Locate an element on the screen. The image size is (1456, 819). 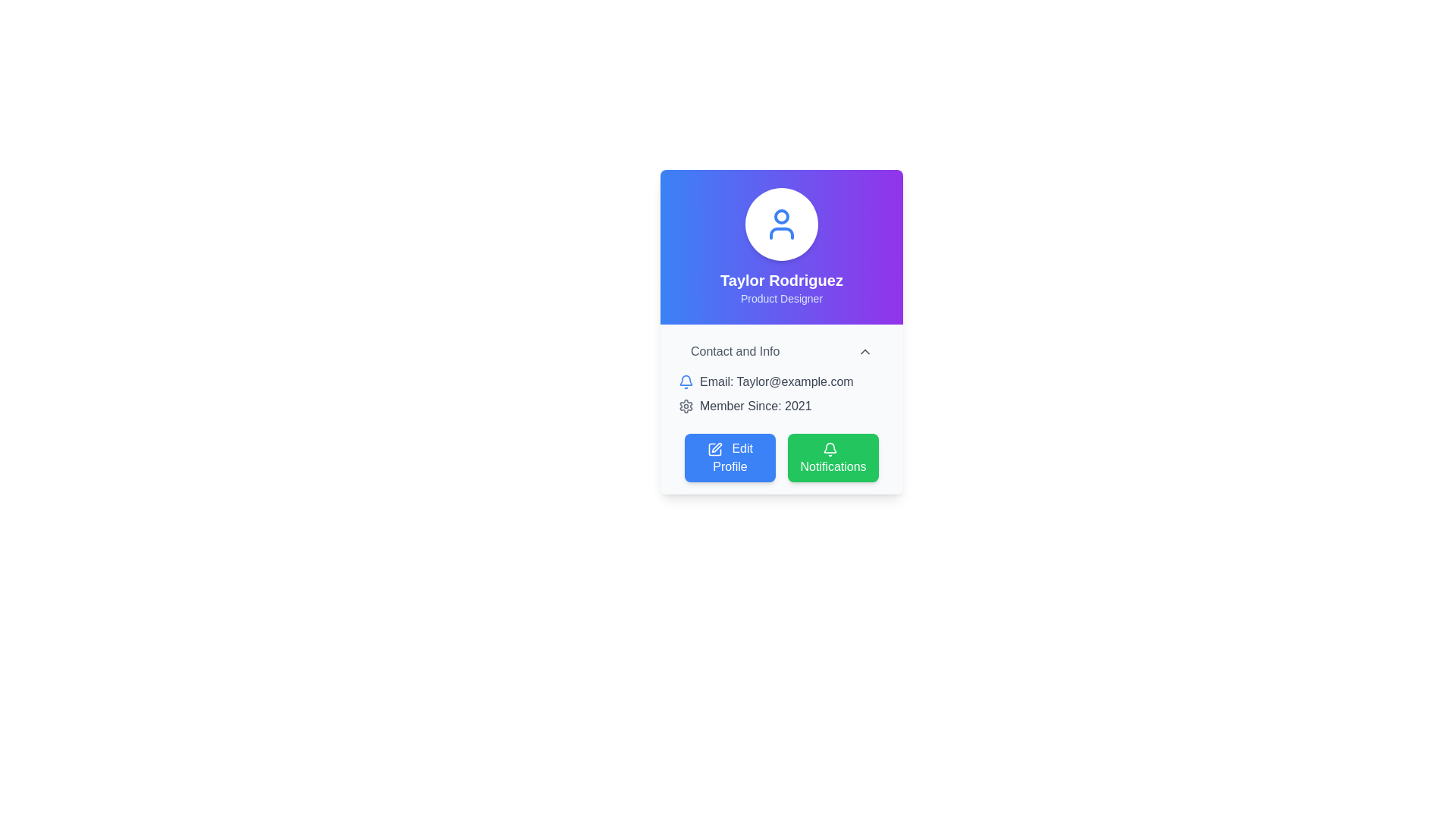
the small gray gear icon located to the left of the text 'Member Since: 2021' in the user card component is located at coordinates (686, 406).